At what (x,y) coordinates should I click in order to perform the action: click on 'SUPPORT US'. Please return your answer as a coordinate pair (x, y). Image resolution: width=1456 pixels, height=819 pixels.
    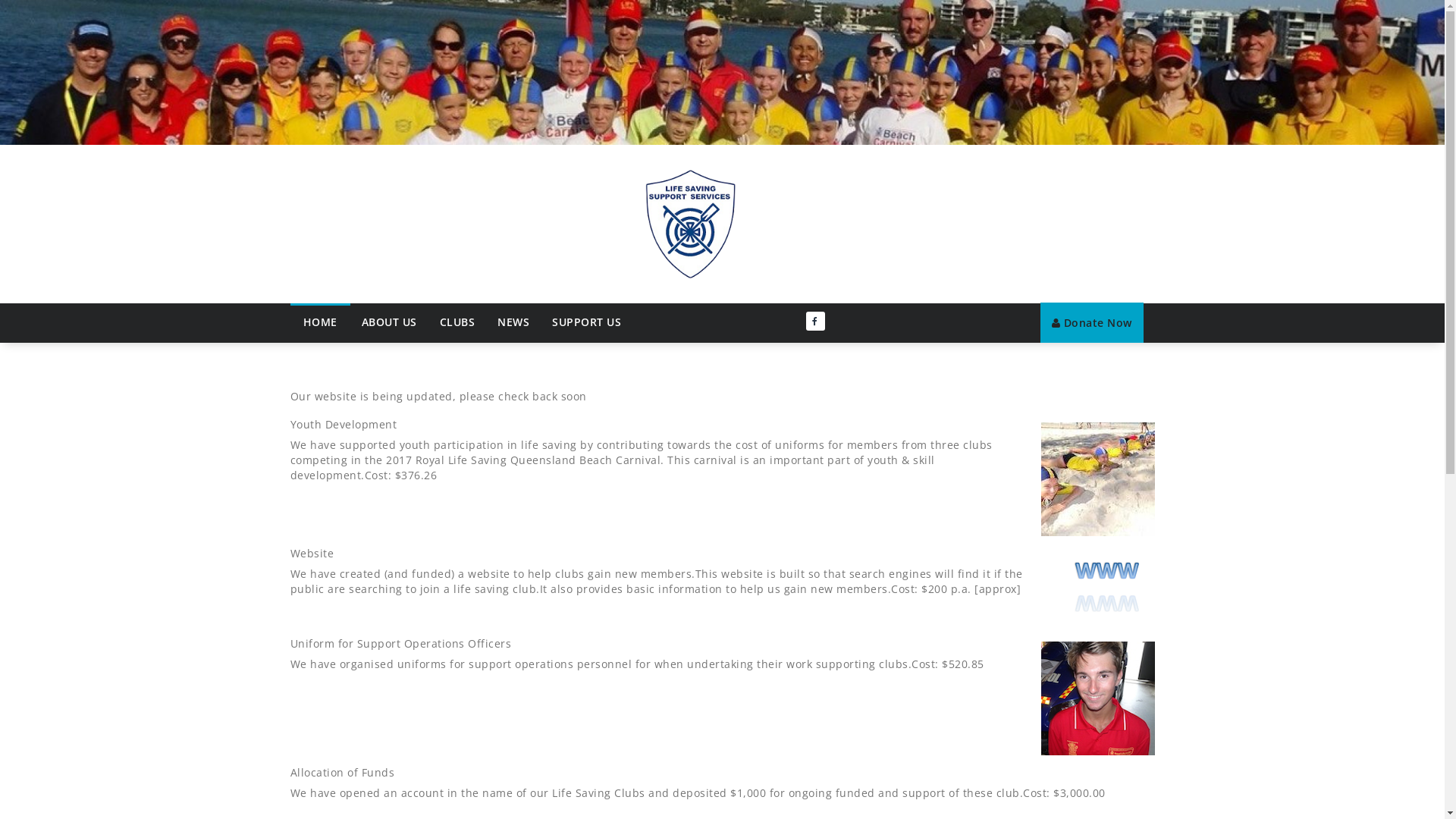
    Looking at the image, I should click on (585, 321).